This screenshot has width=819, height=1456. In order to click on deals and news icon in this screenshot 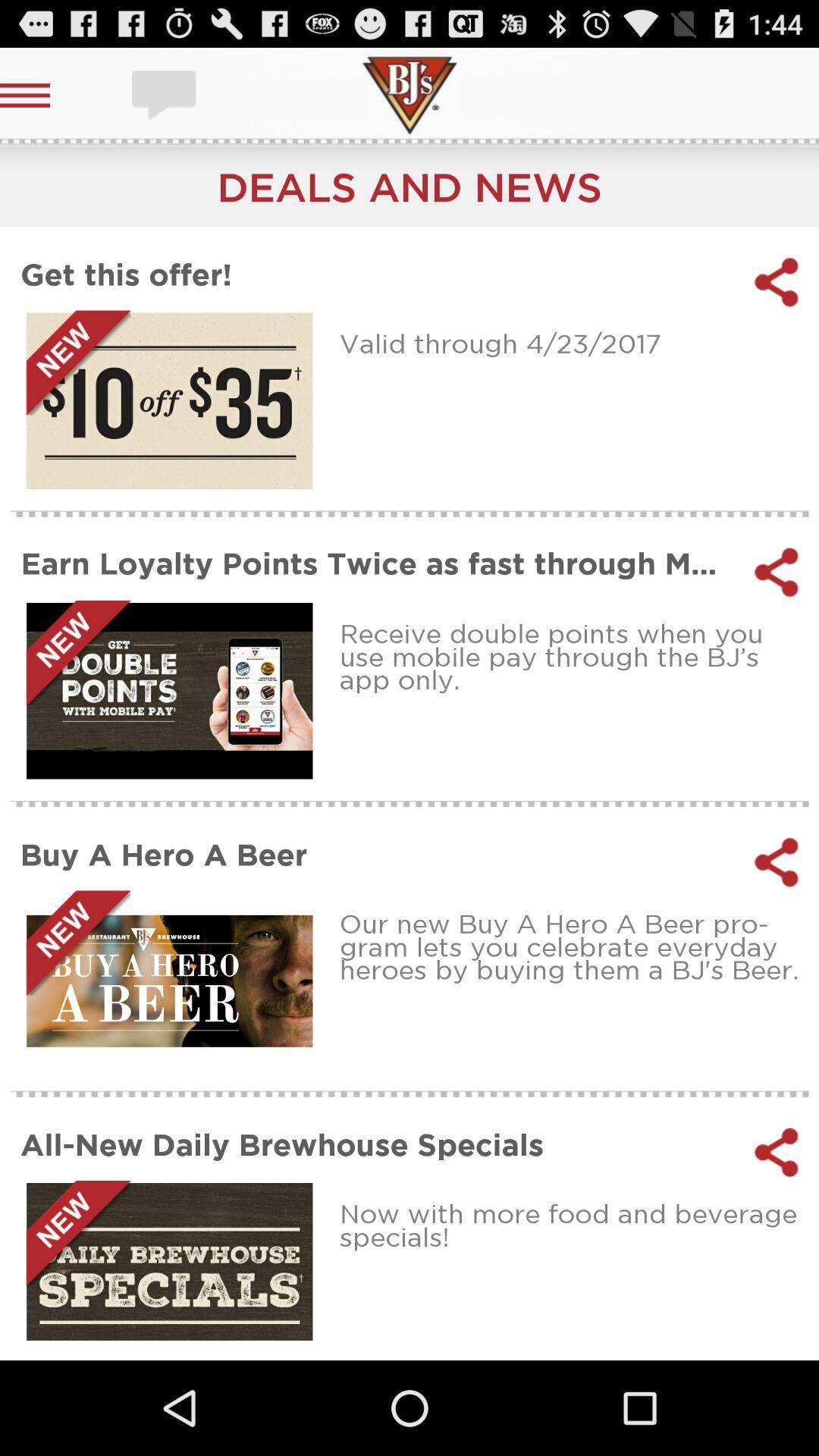, I will do `click(409, 186)`.